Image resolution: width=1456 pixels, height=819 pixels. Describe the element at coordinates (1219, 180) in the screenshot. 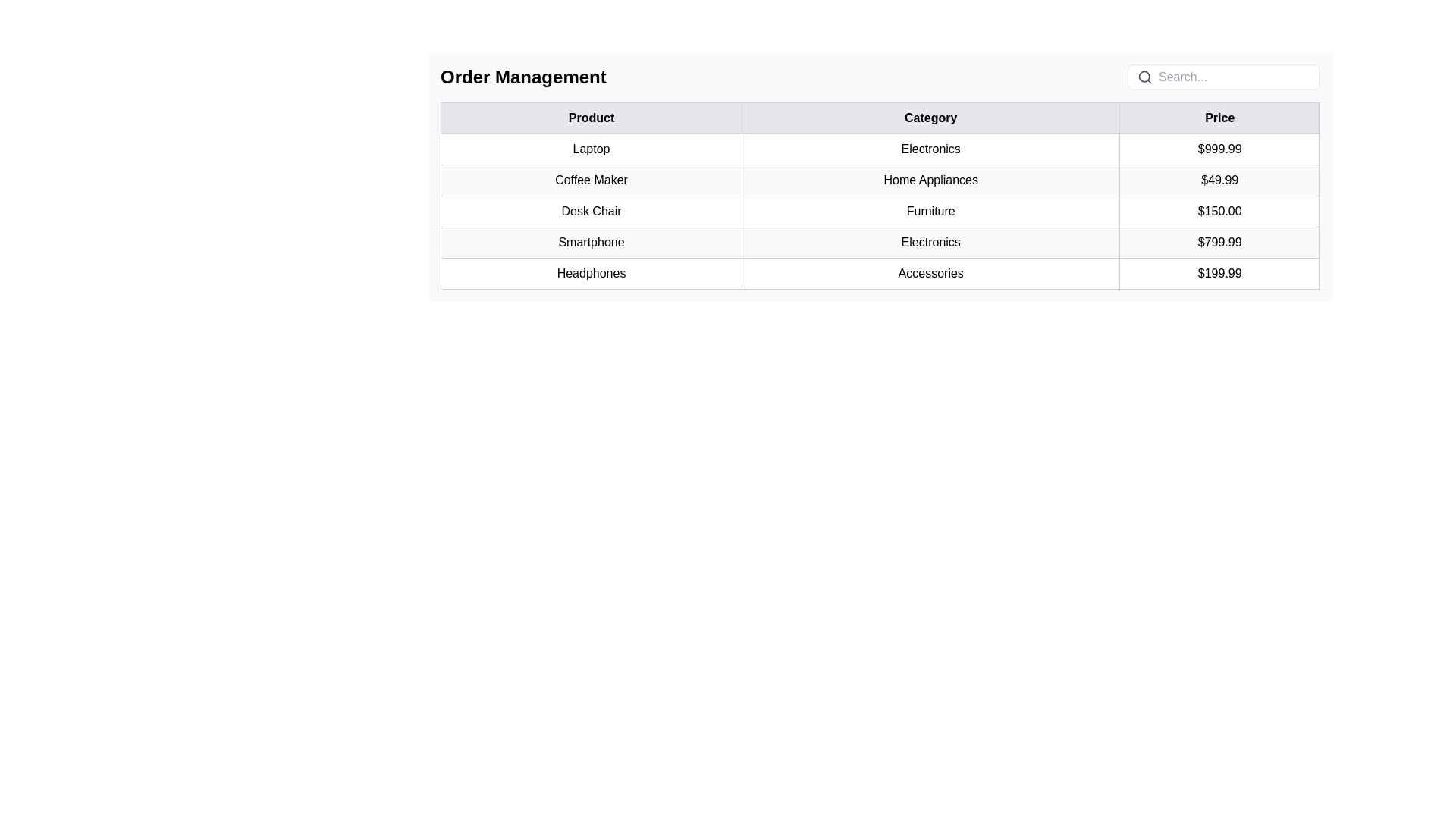

I see `the static text element displaying the price '$49.99' for the 'Coffee Maker' product in the 'Home Appliances' category` at that location.